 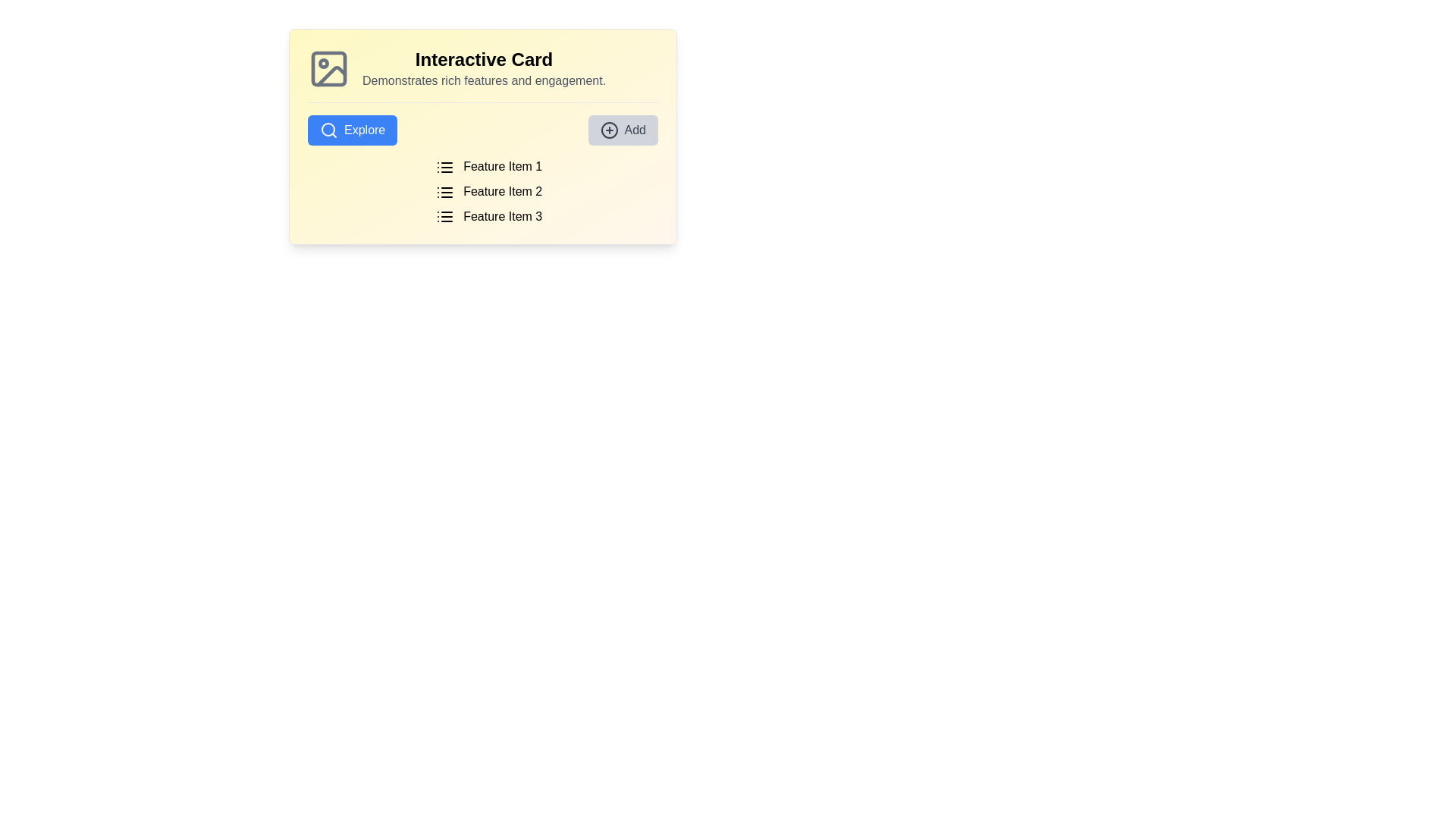 I want to click on the magnifying glass icon located to the left of the 'Explore' text within the blue rectangular button in the header section of the card-like layout, so click(x=328, y=130).